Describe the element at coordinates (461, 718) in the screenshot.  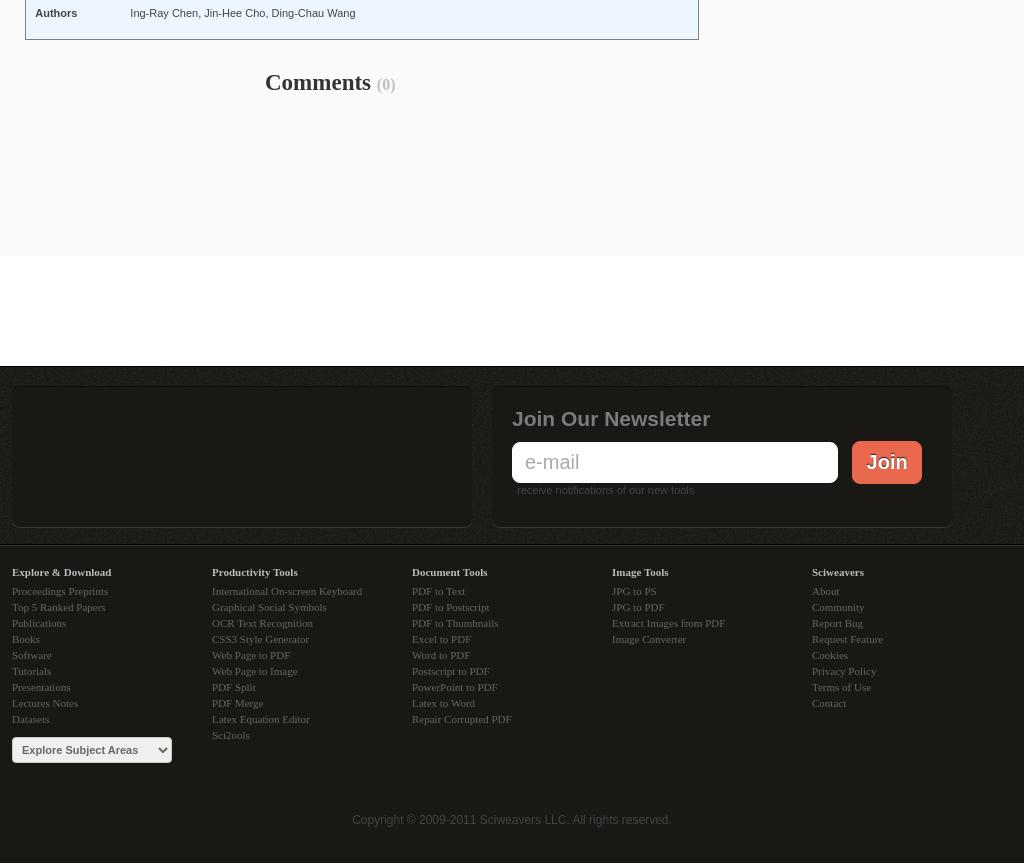
I see `'Repair Corrupted PDF'` at that location.